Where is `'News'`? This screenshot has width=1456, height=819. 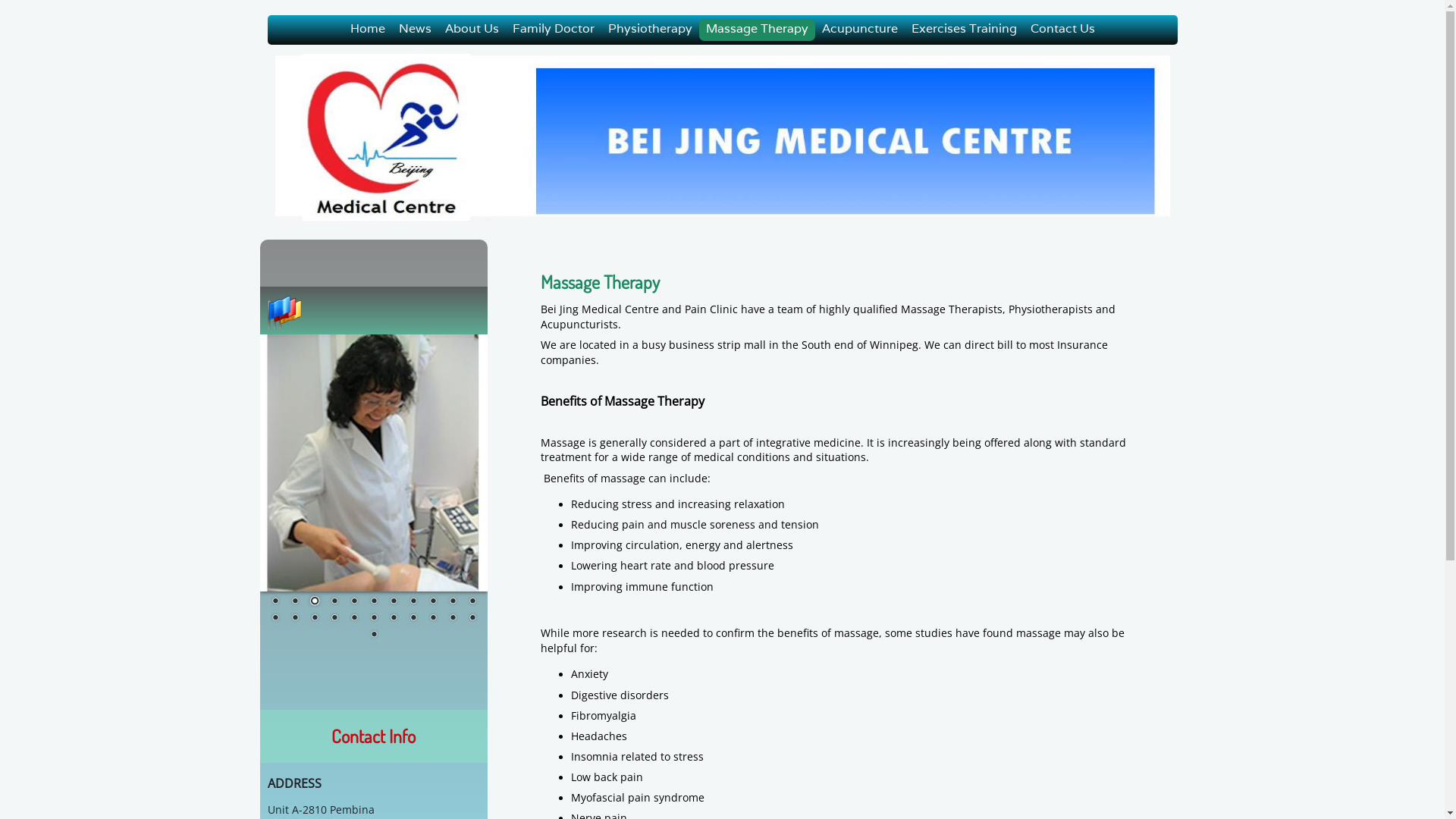
'News' is located at coordinates (391, 30).